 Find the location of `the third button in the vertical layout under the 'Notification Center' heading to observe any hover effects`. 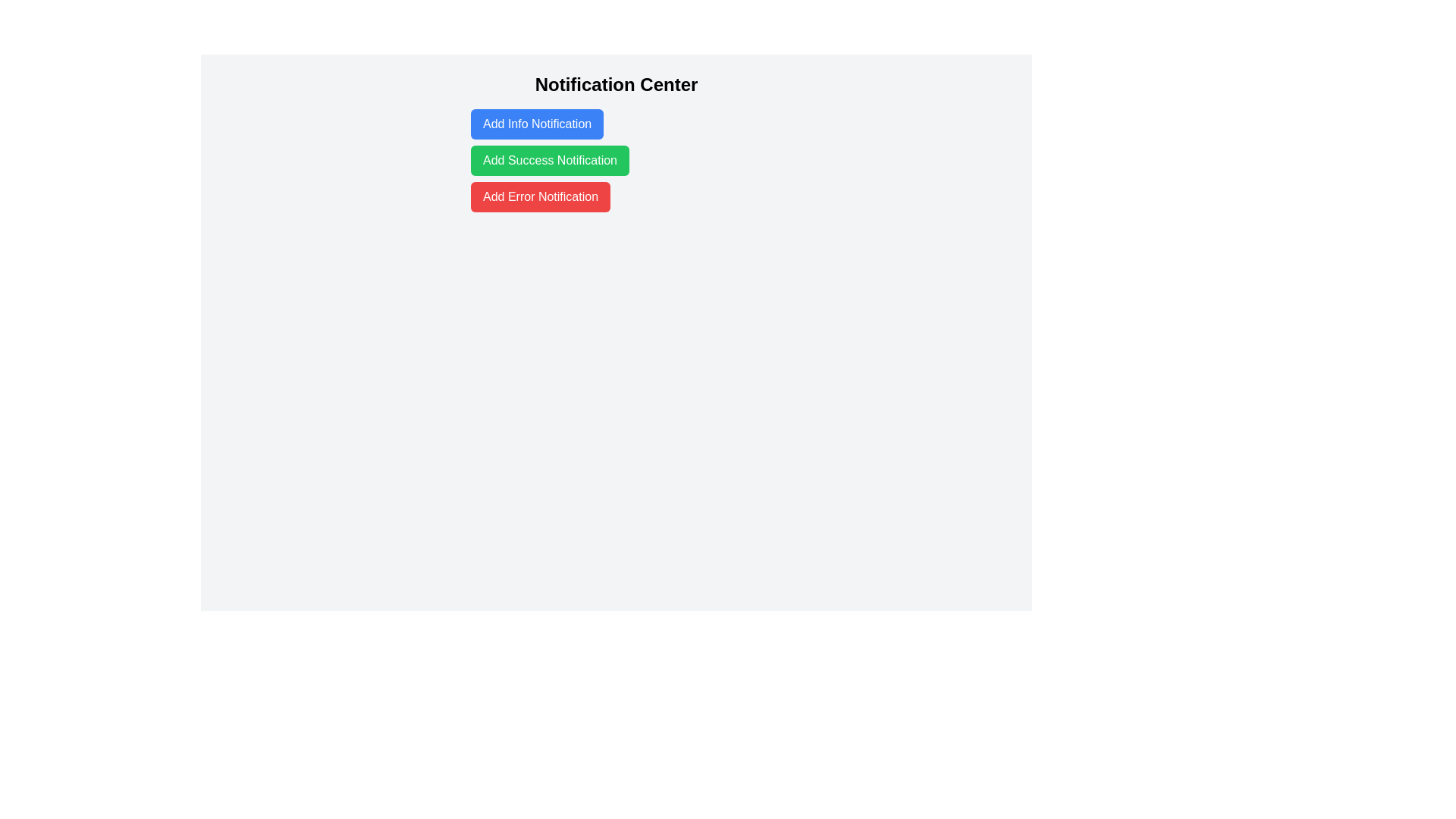

the third button in the vertical layout under the 'Notification Center' heading to observe any hover effects is located at coordinates (541, 196).